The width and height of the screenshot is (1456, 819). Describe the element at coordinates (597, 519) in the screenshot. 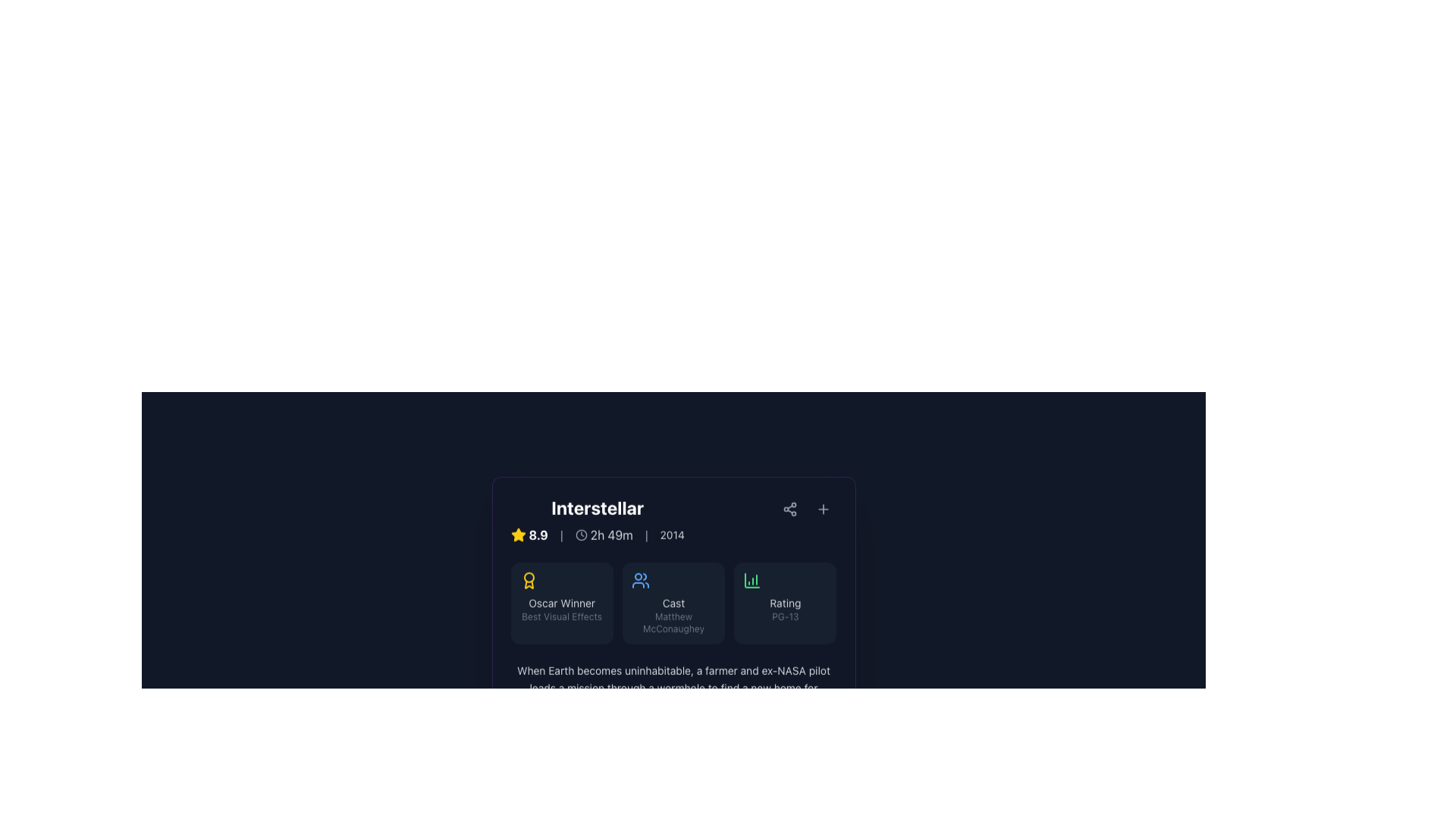

I see `the Movie information display block for 'Interstellar', which prominently features the title in bold white text and includes details like the rating, duration, and release year` at that location.